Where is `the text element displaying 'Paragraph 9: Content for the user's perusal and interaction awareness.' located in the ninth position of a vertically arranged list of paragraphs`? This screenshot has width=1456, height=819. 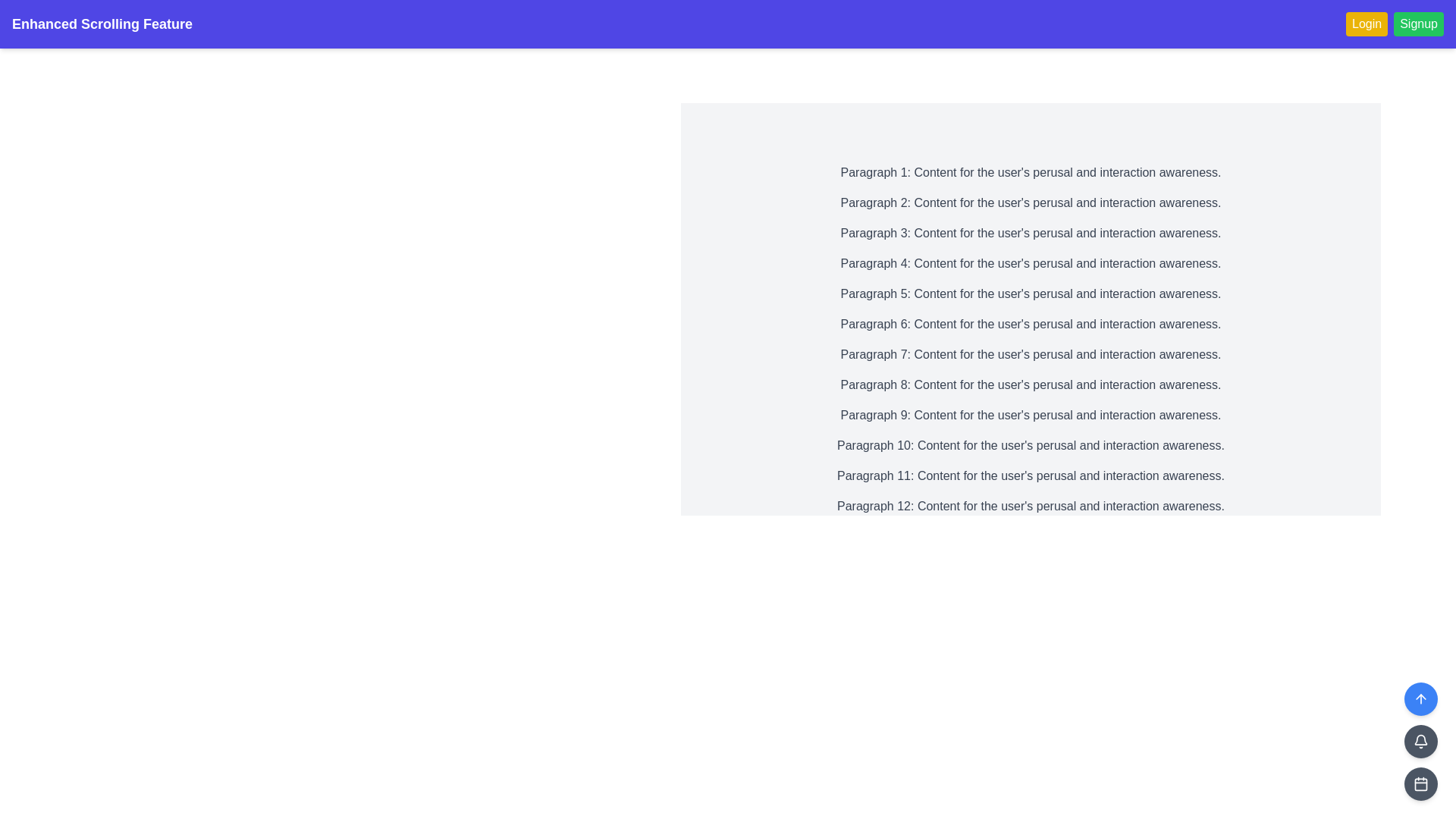 the text element displaying 'Paragraph 9: Content for the user's perusal and interaction awareness.' located in the ninth position of a vertically arranged list of paragraphs is located at coordinates (1031, 415).